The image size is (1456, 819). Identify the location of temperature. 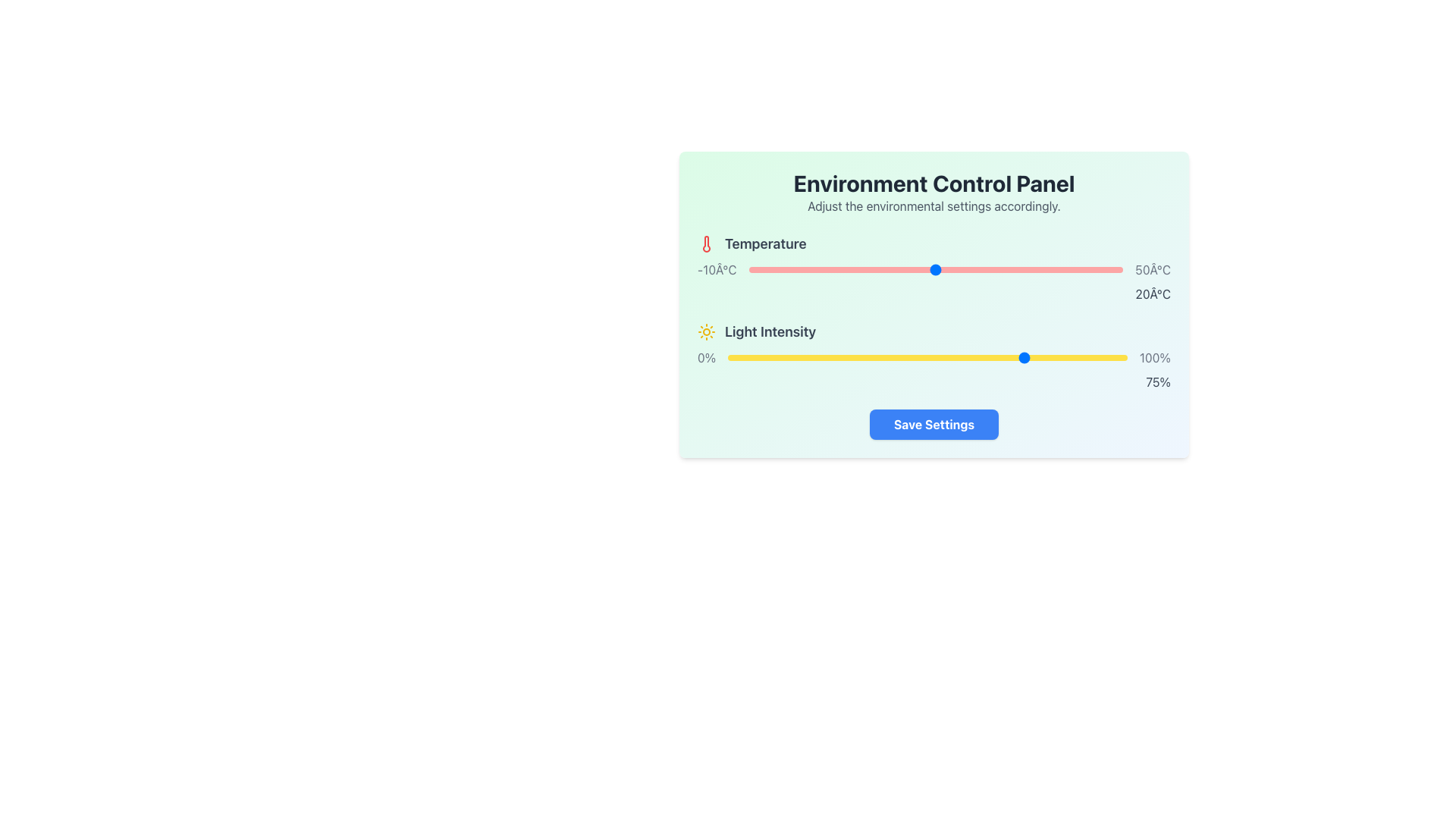
(941, 268).